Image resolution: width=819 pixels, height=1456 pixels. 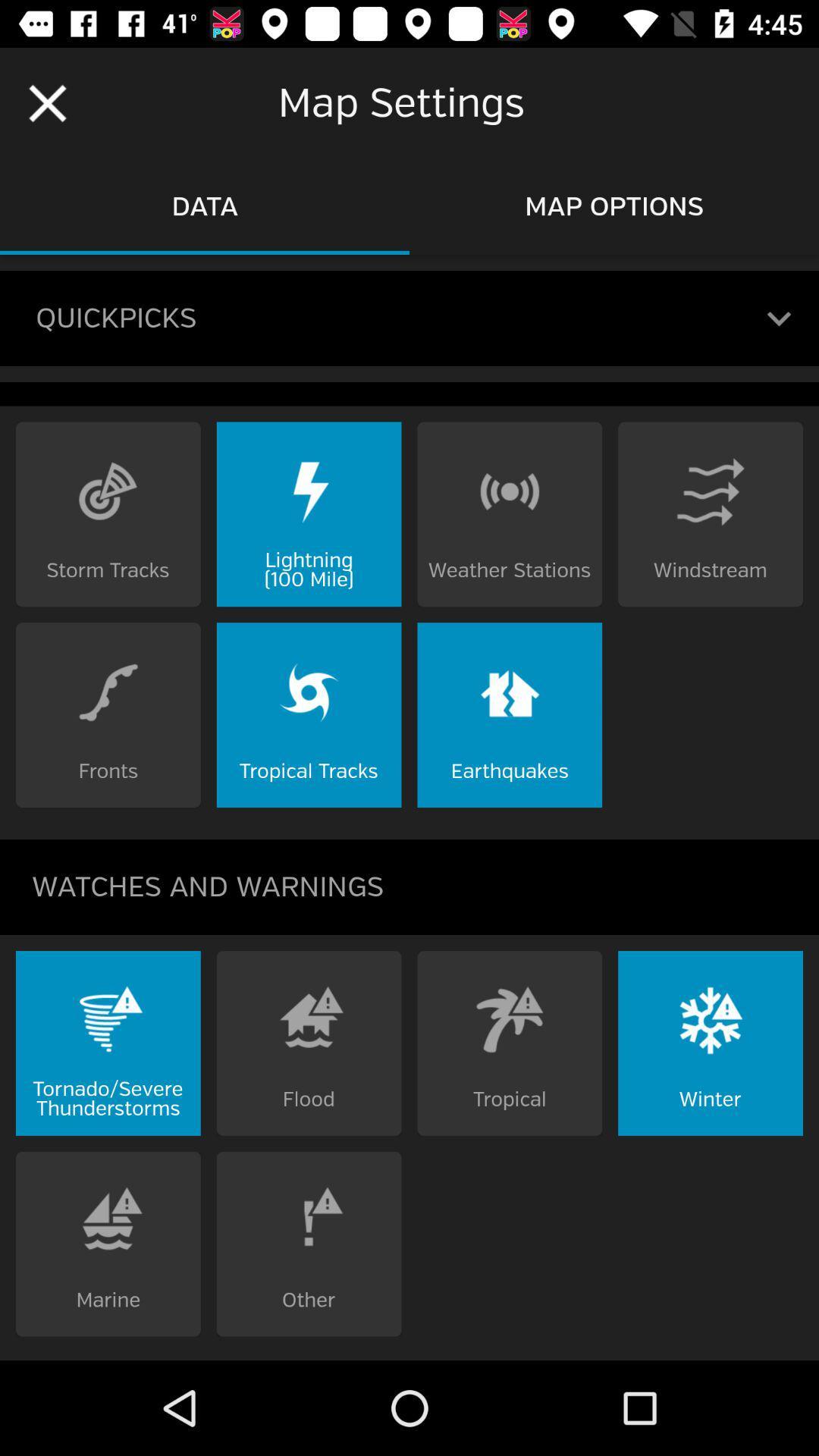 I want to click on access favorites menu, so click(x=779, y=318).